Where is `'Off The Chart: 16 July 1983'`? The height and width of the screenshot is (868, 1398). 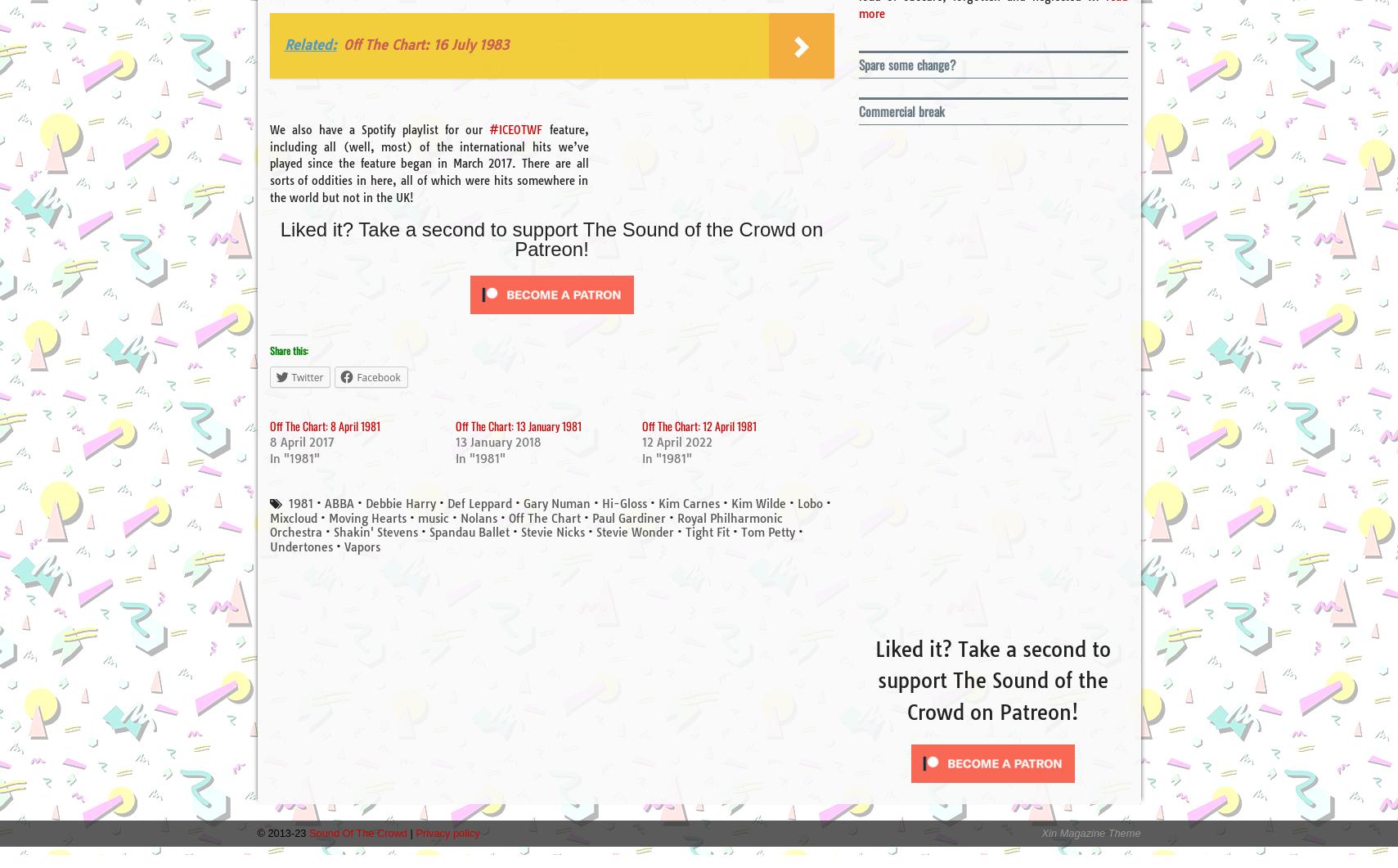
'Off The Chart: 16 July 1983' is located at coordinates (343, 44).